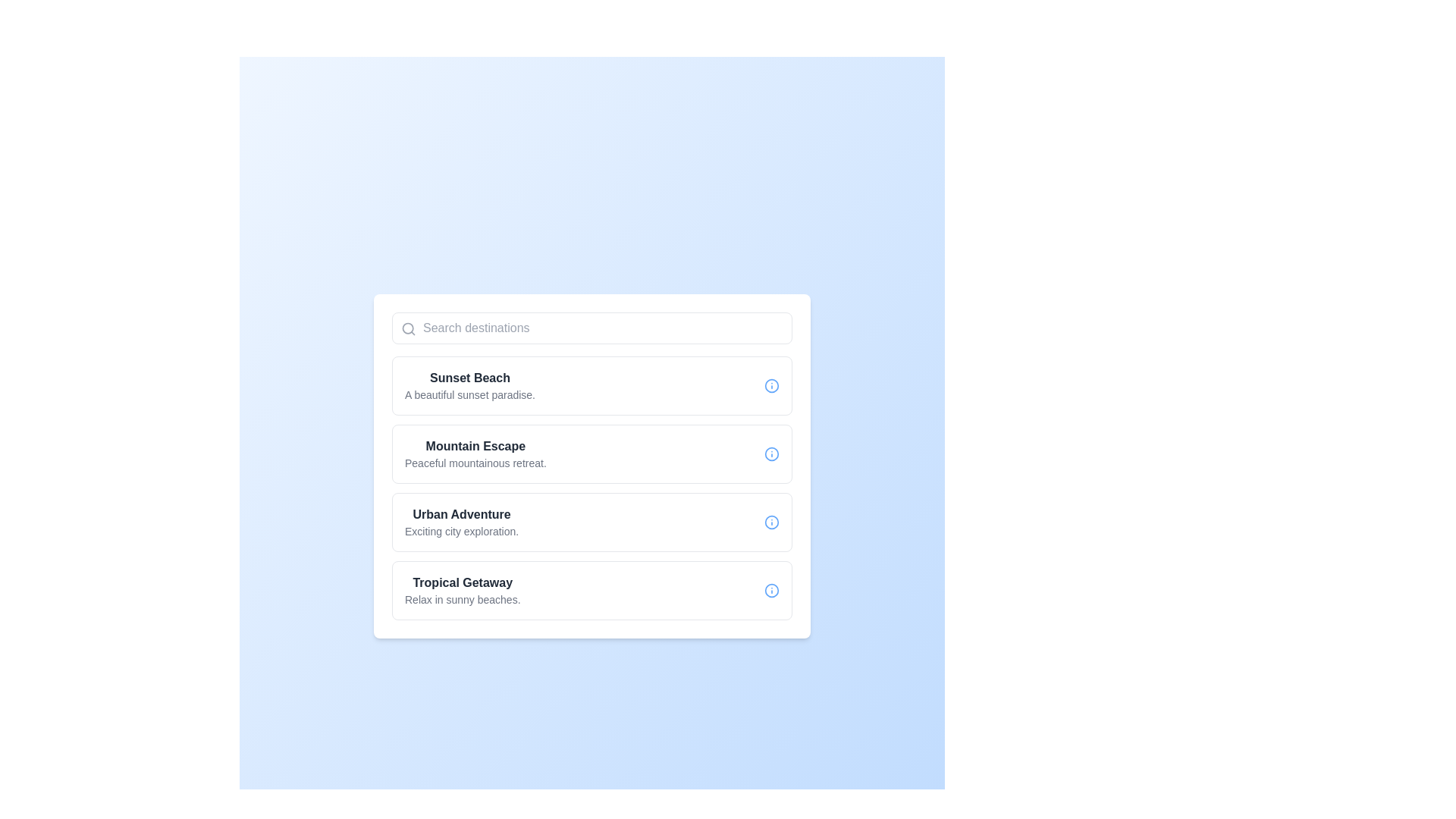  What do you see at coordinates (771, 522) in the screenshot?
I see `the circular blue icon with an information symbol located in the bottom-right corner of the 'Urban Adventure' list item` at bounding box center [771, 522].